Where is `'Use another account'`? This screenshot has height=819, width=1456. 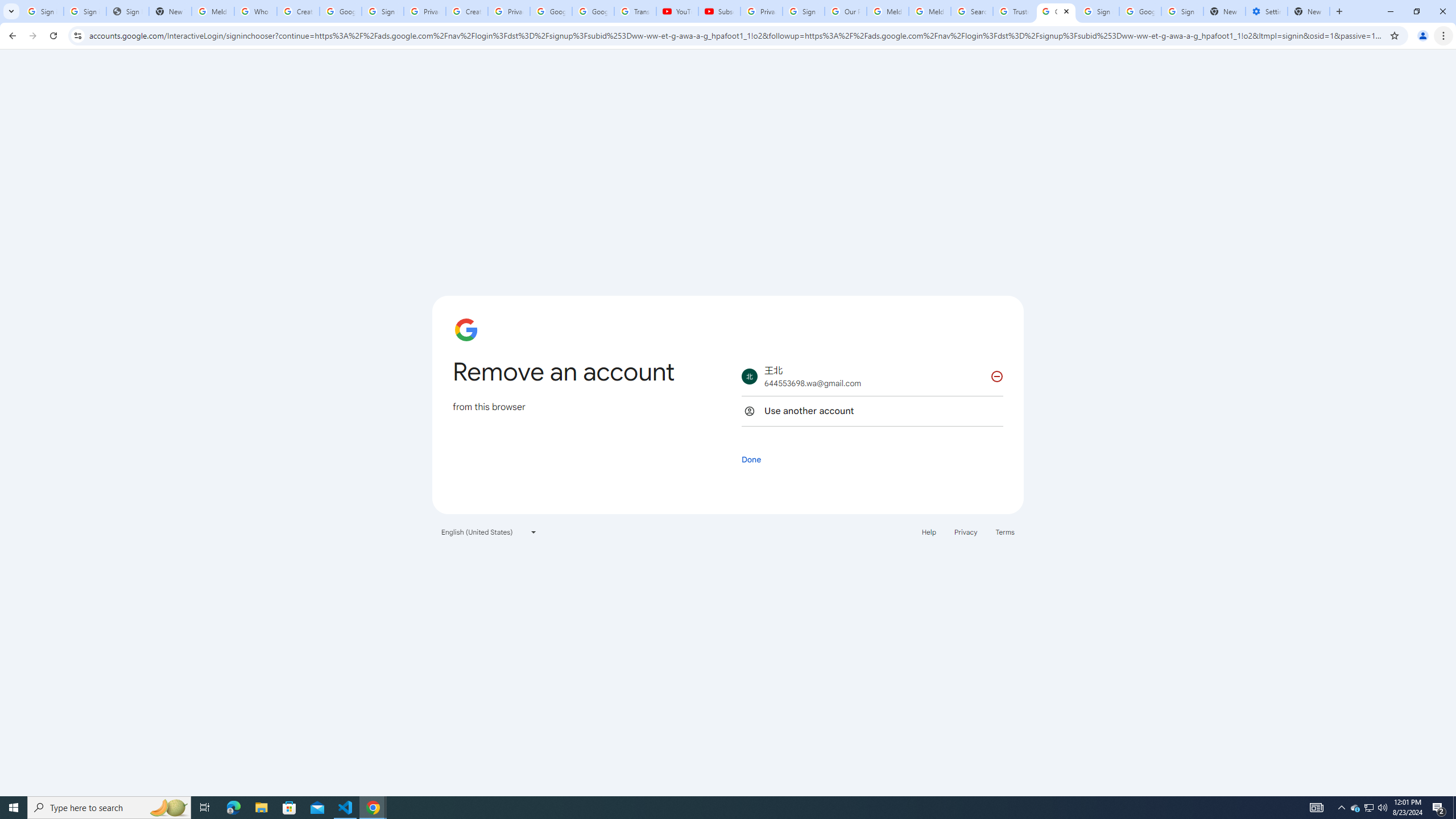
'Use another account' is located at coordinates (871, 410).